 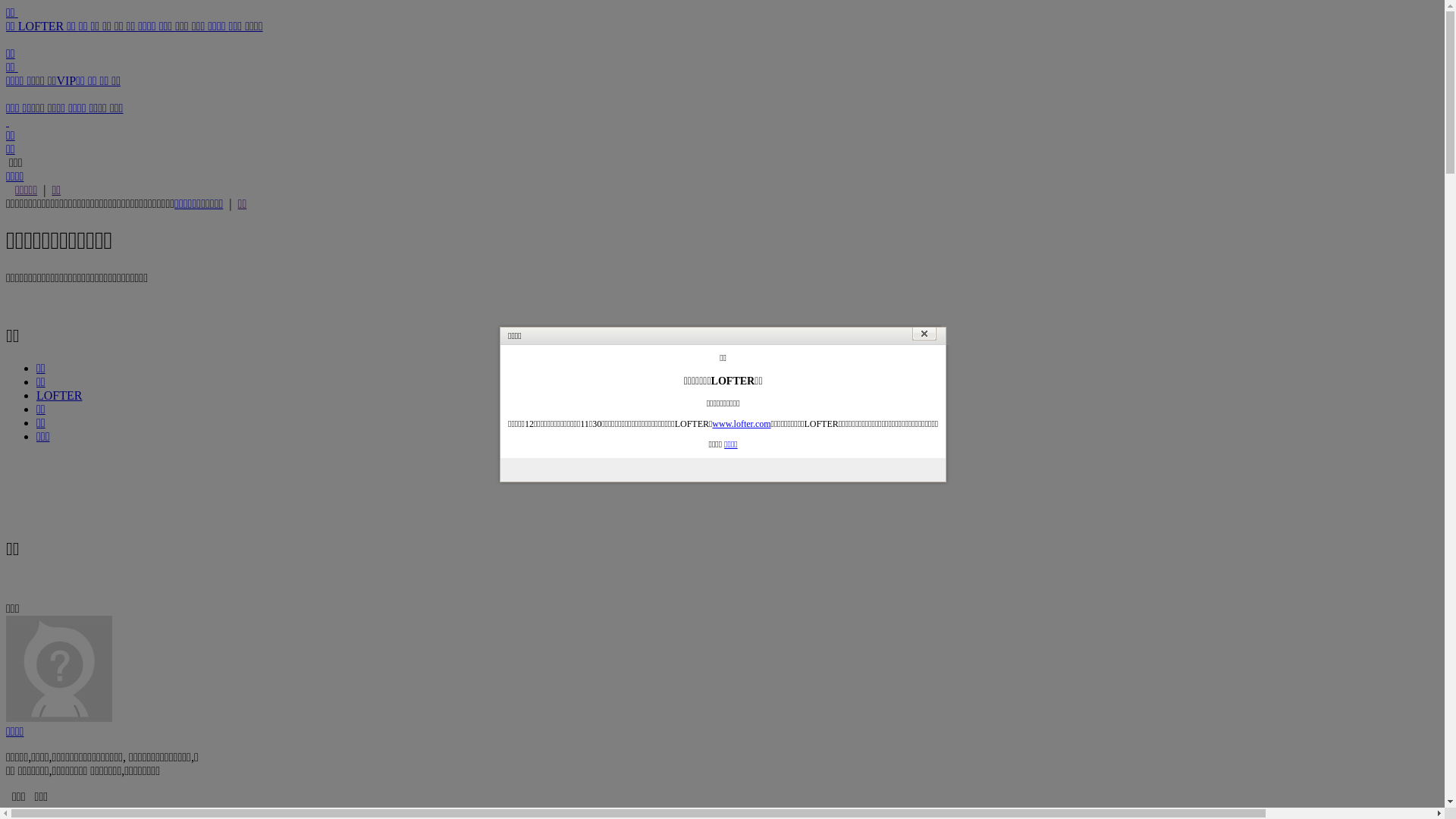 I want to click on 'LOFTER', so click(x=36, y=394).